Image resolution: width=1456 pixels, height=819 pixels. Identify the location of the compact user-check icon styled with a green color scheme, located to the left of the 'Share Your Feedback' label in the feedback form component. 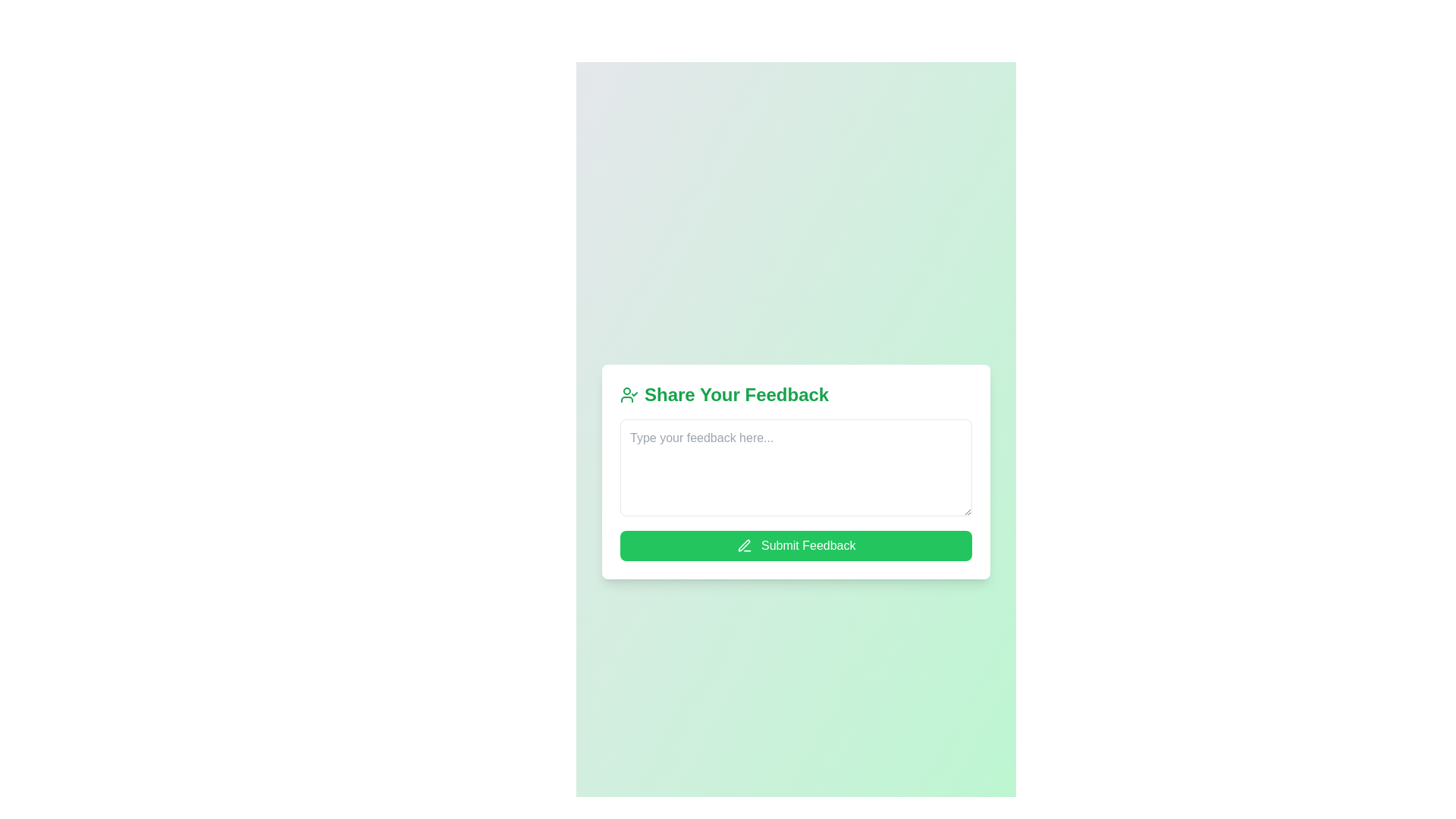
(629, 394).